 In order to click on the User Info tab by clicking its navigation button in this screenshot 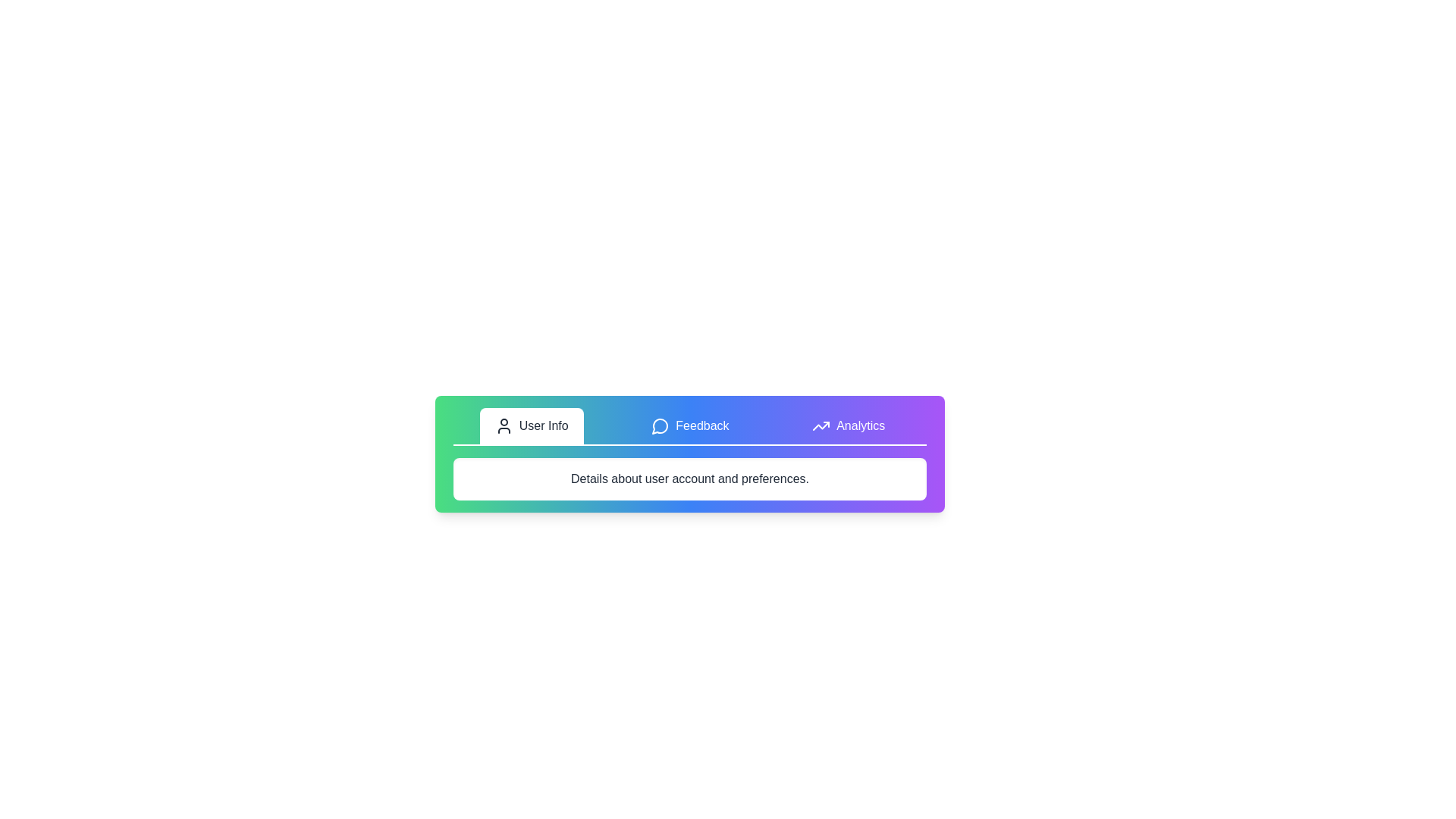, I will do `click(531, 426)`.